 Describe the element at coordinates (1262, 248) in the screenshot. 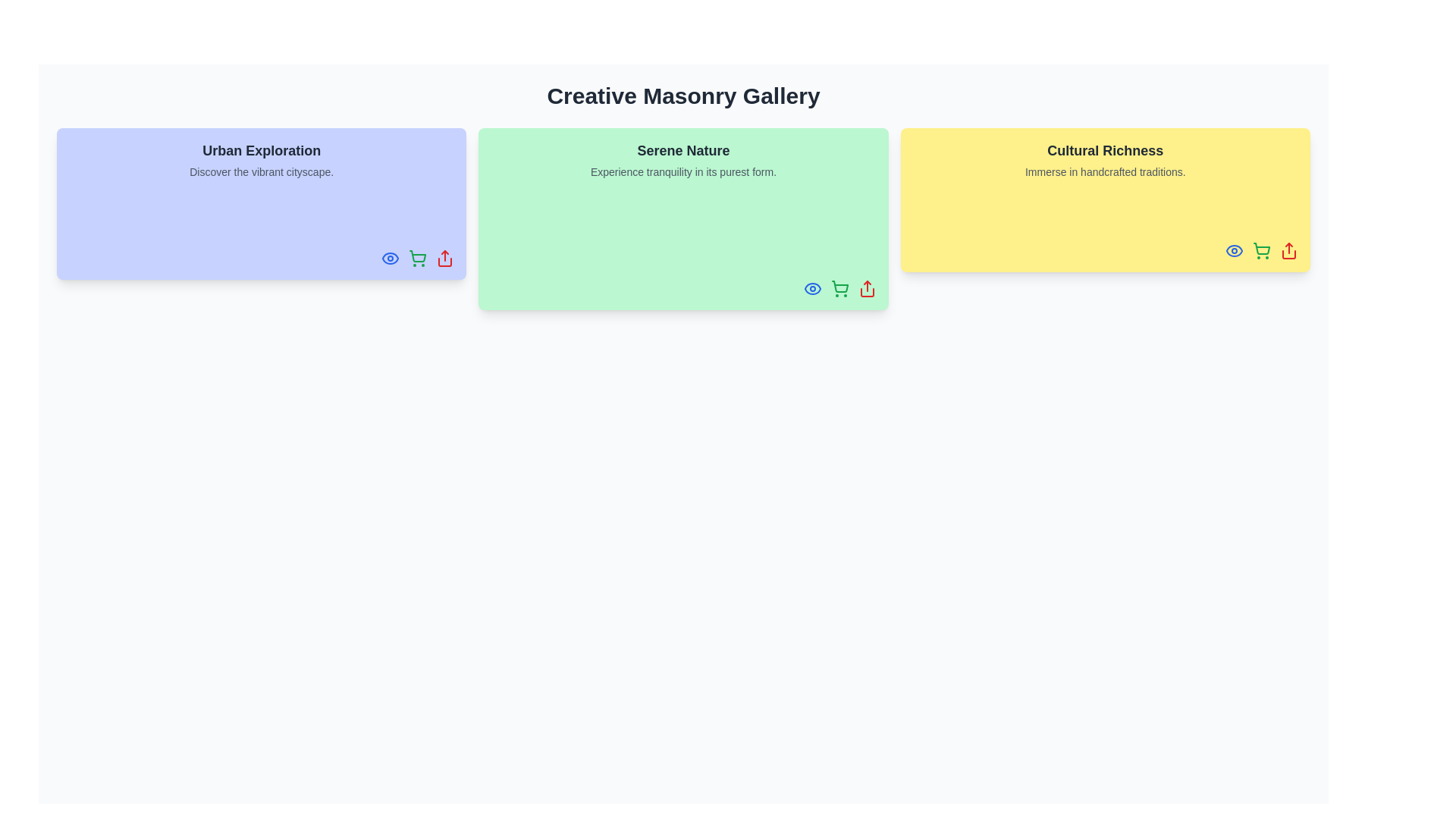

I see `the add to cart icon located in the center position of the three icons at the bottom-right corner of the yellow card titled 'Cultural Richness'` at that location.